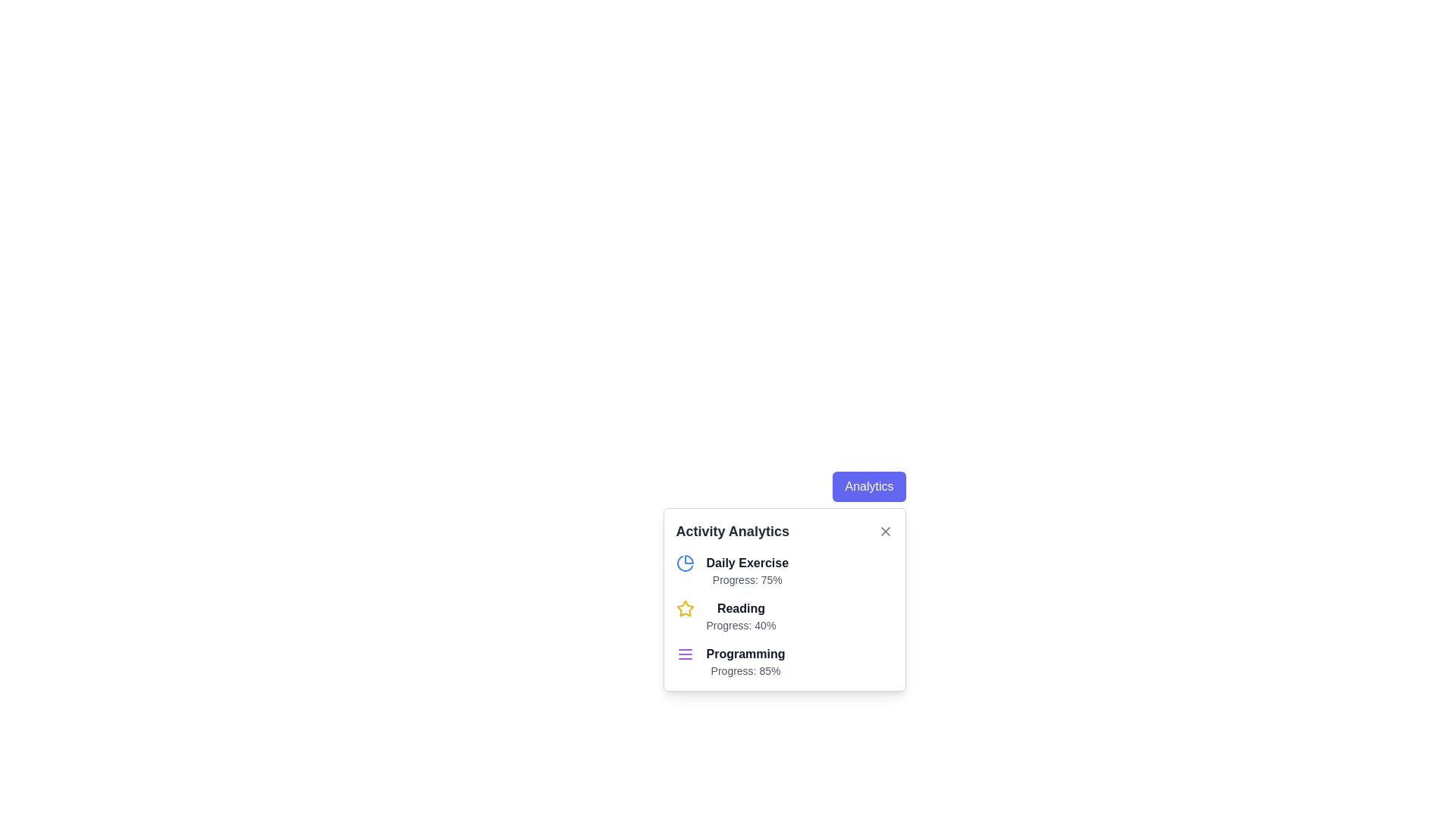 This screenshot has height=819, width=1456. What do you see at coordinates (684, 654) in the screenshot?
I see `the 'Programming' section icon in the 'Activity Analytics' panel, which is located next to the text 'Programming Progress: 85%'` at bounding box center [684, 654].